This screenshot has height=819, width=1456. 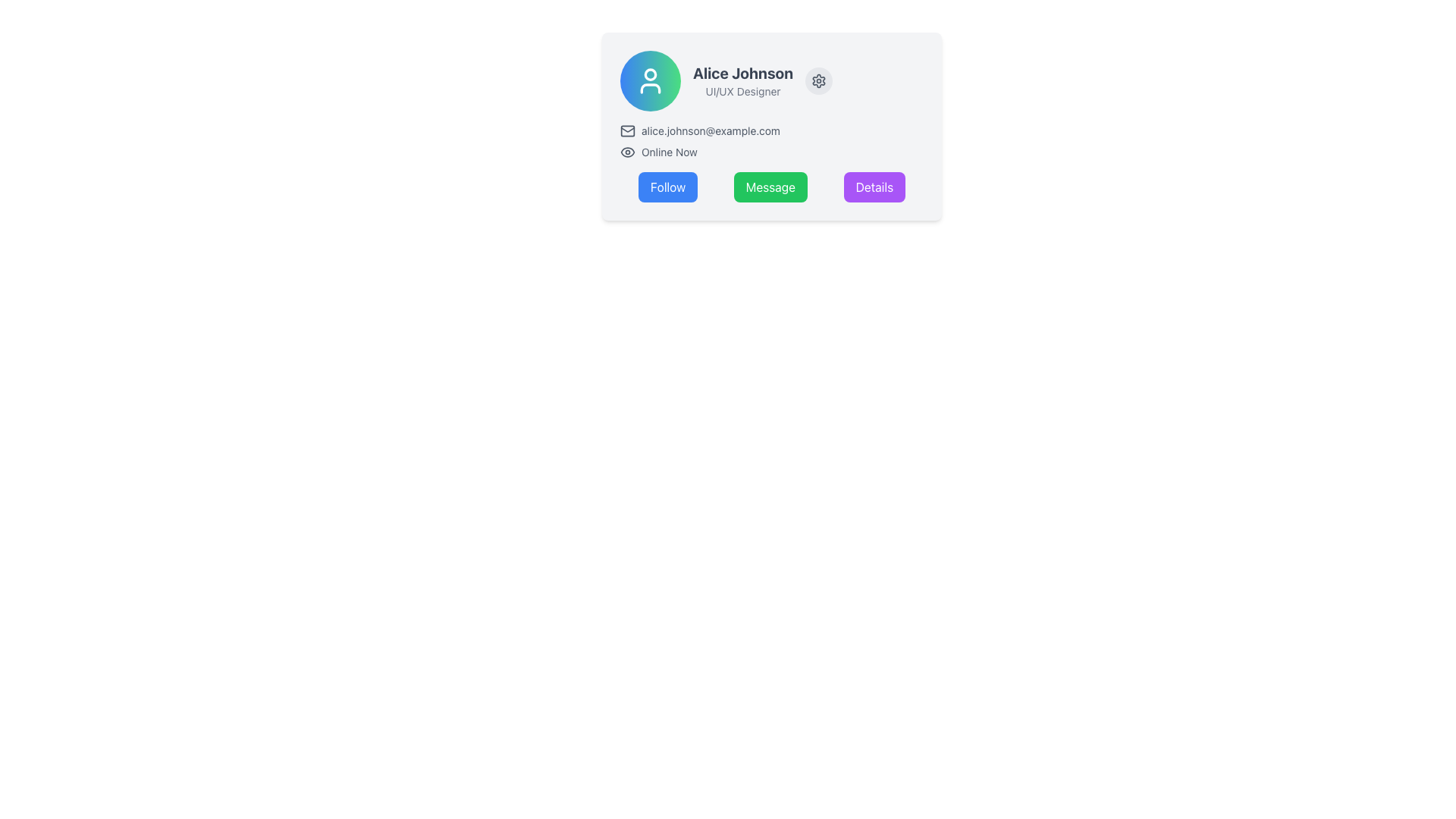 What do you see at coordinates (742, 91) in the screenshot?
I see `the static text label displaying 'UI/UX Designer', which is located below the bold title 'Alice Johnson' in the profile card layout` at bounding box center [742, 91].